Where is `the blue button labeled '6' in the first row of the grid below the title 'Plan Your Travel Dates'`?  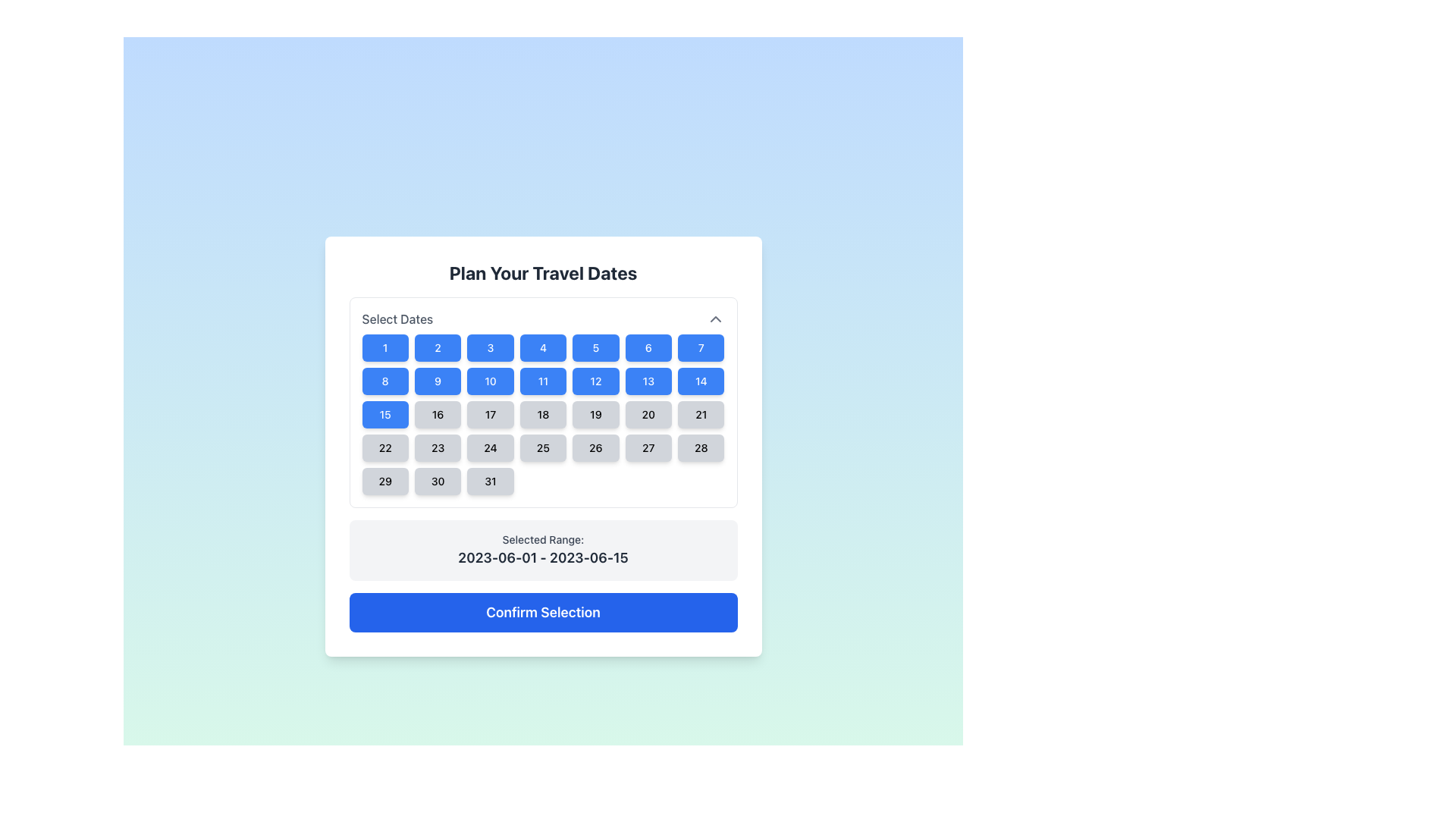 the blue button labeled '6' in the first row of the grid below the title 'Plan Your Travel Dates' is located at coordinates (648, 348).